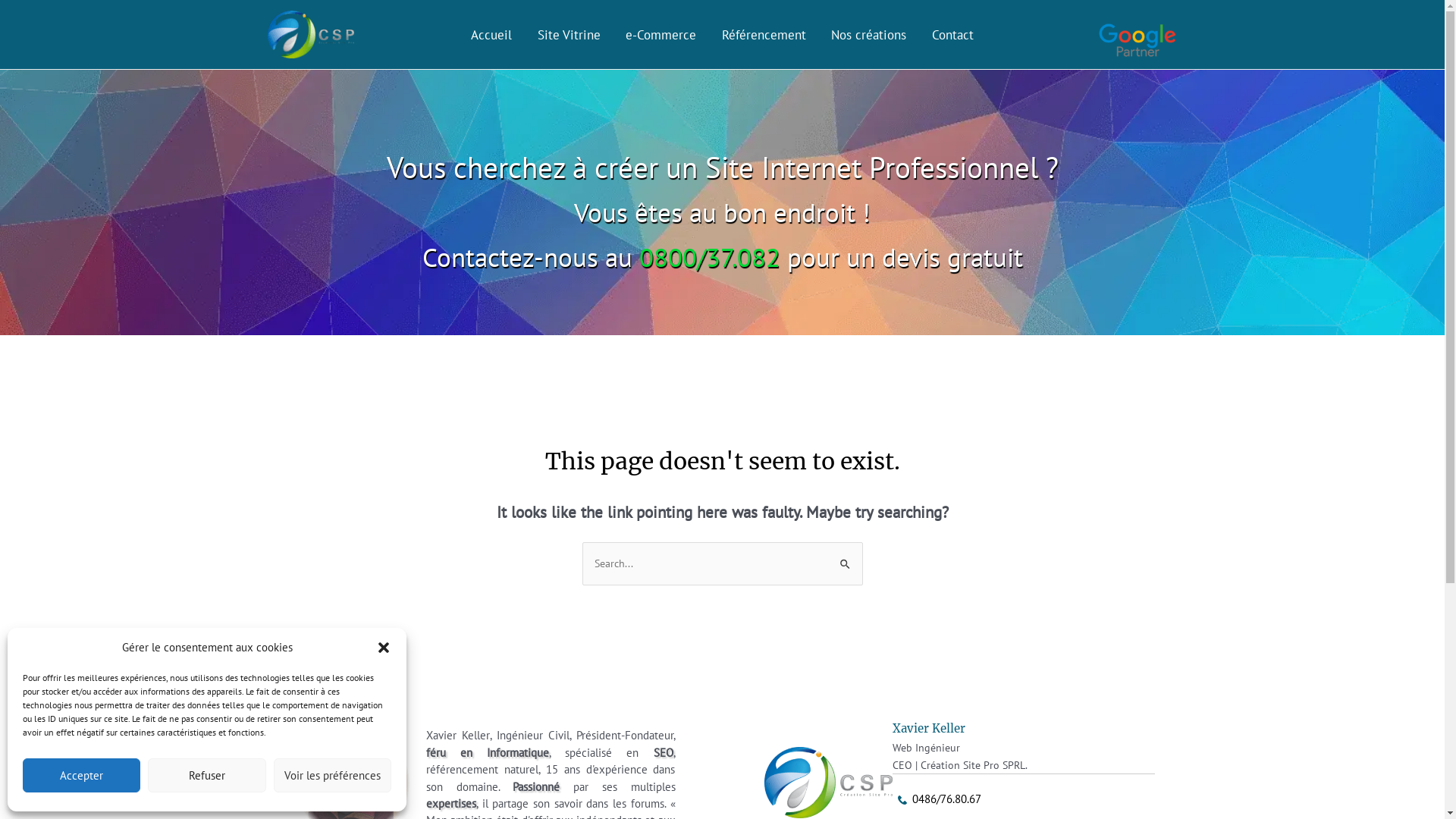 The width and height of the screenshot is (1456, 819). What do you see at coordinates (524, 34) in the screenshot?
I see `'Site Vitrine'` at bounding box center [524, 34].